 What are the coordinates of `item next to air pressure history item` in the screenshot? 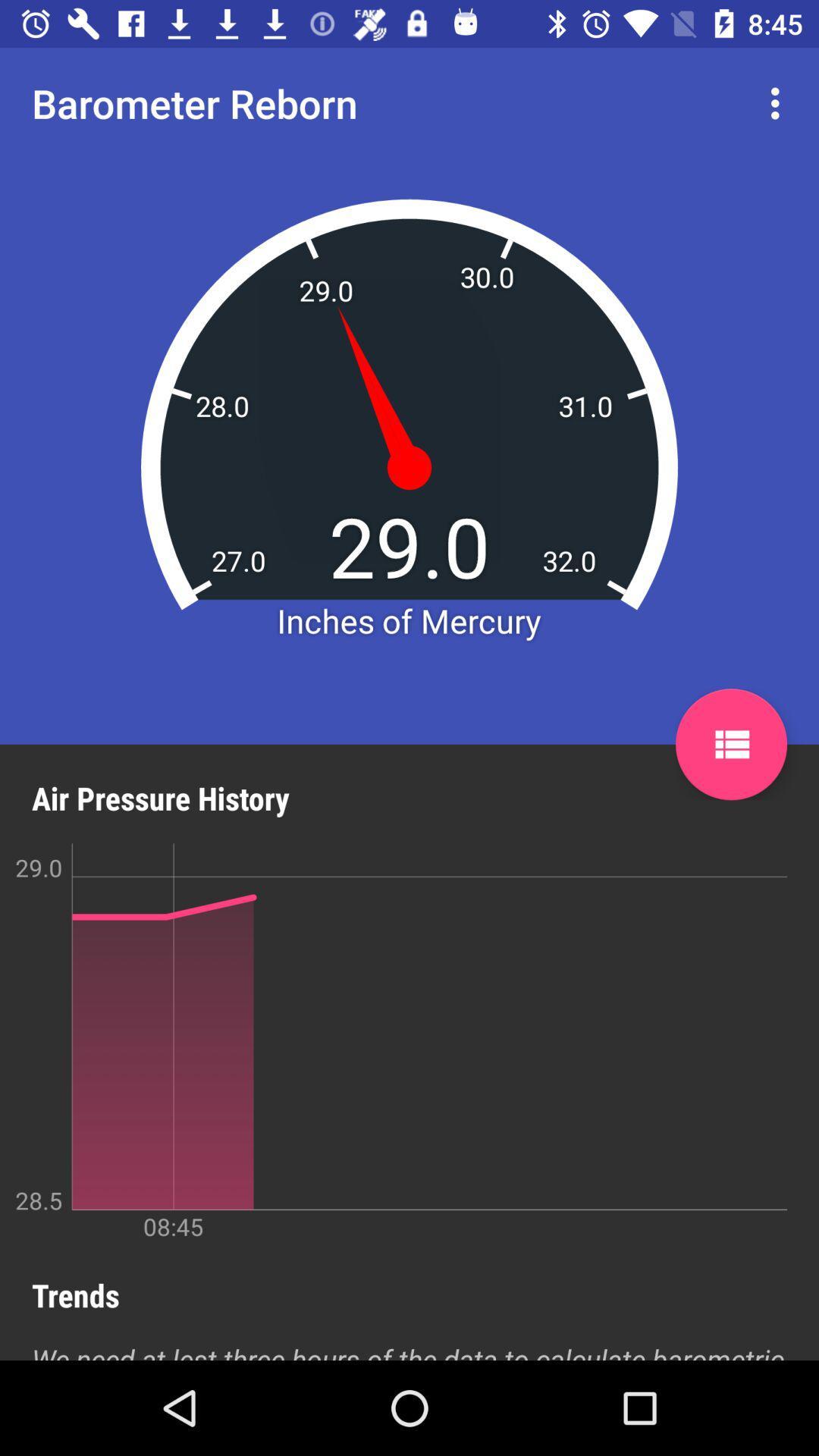 It's located at (730, 744).